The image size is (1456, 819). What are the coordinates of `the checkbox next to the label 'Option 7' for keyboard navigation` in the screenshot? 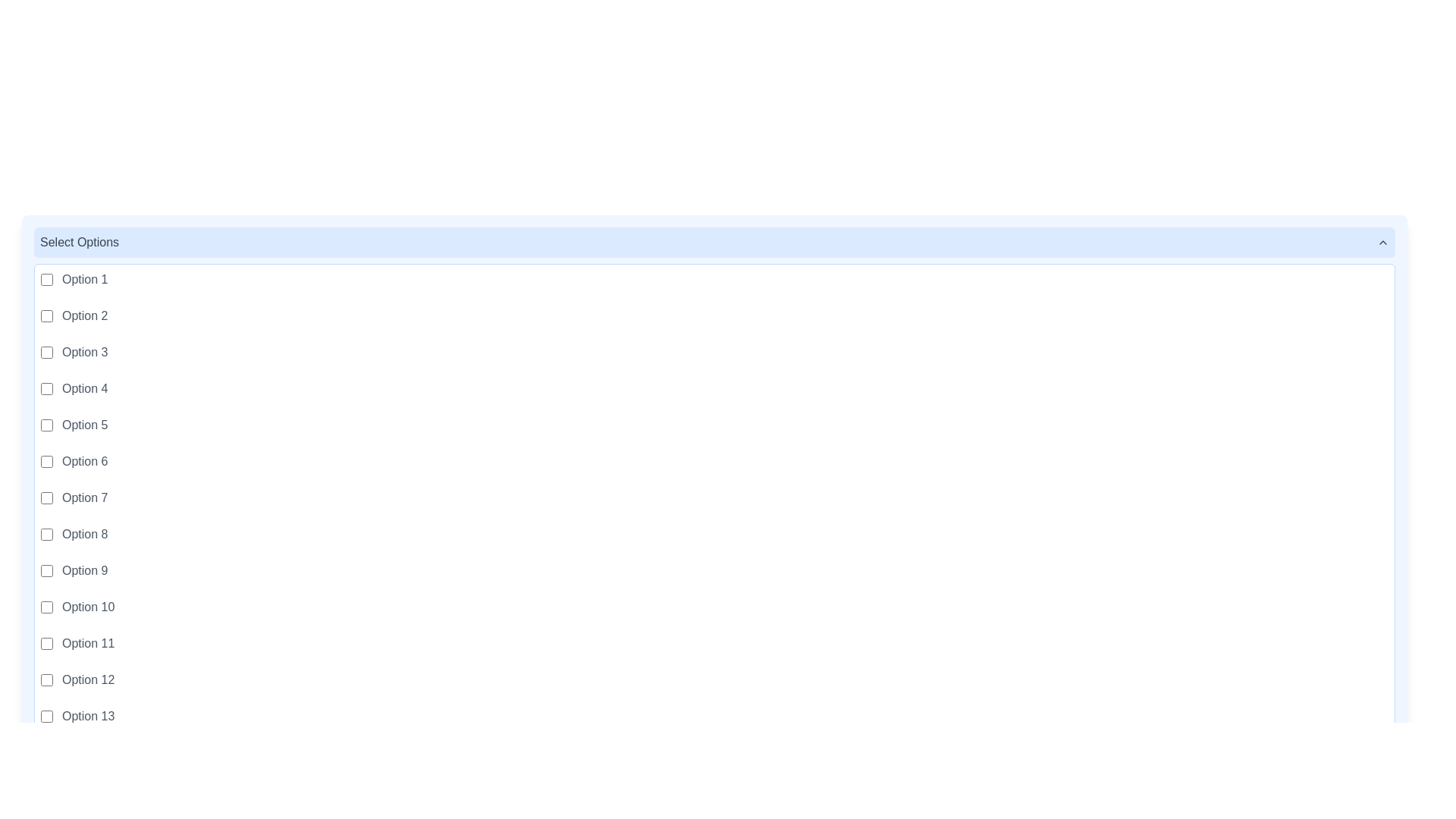 It's located at (47, 497).